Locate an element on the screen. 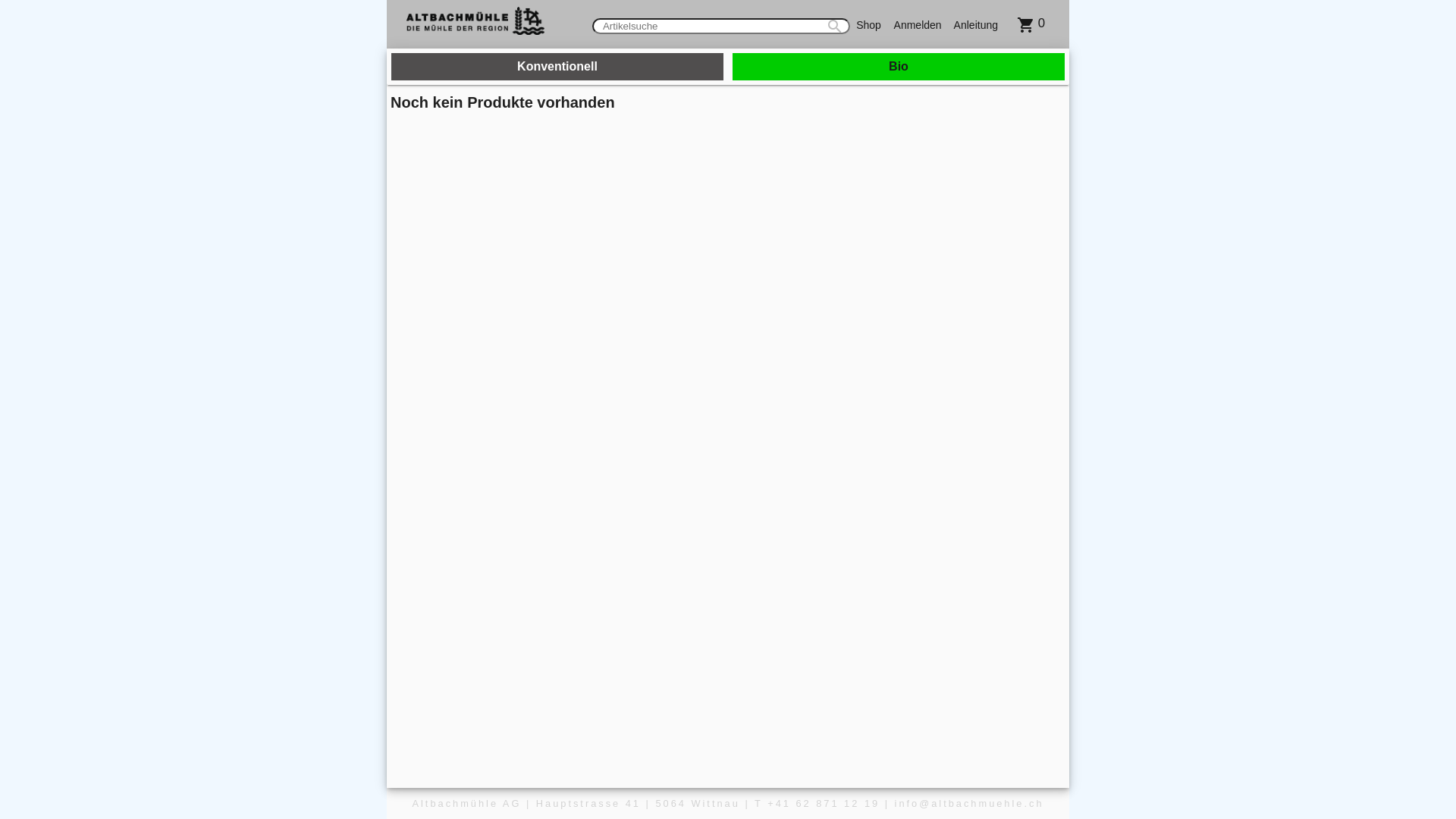 The height and width of the screenshot is (819, 1456). 'search' is located at coordinates (818, 26).